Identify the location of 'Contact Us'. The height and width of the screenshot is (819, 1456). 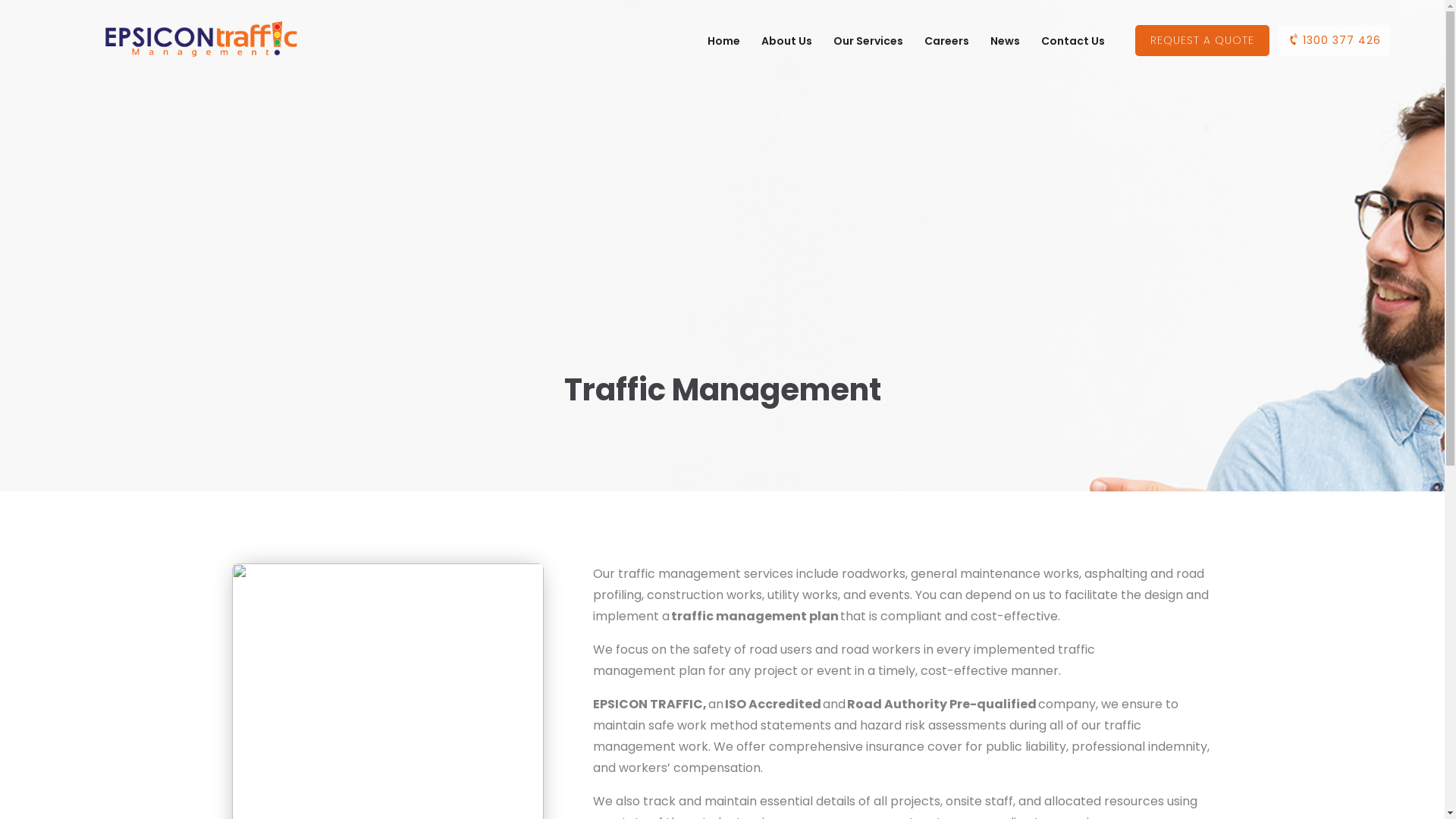
(1072, 40).